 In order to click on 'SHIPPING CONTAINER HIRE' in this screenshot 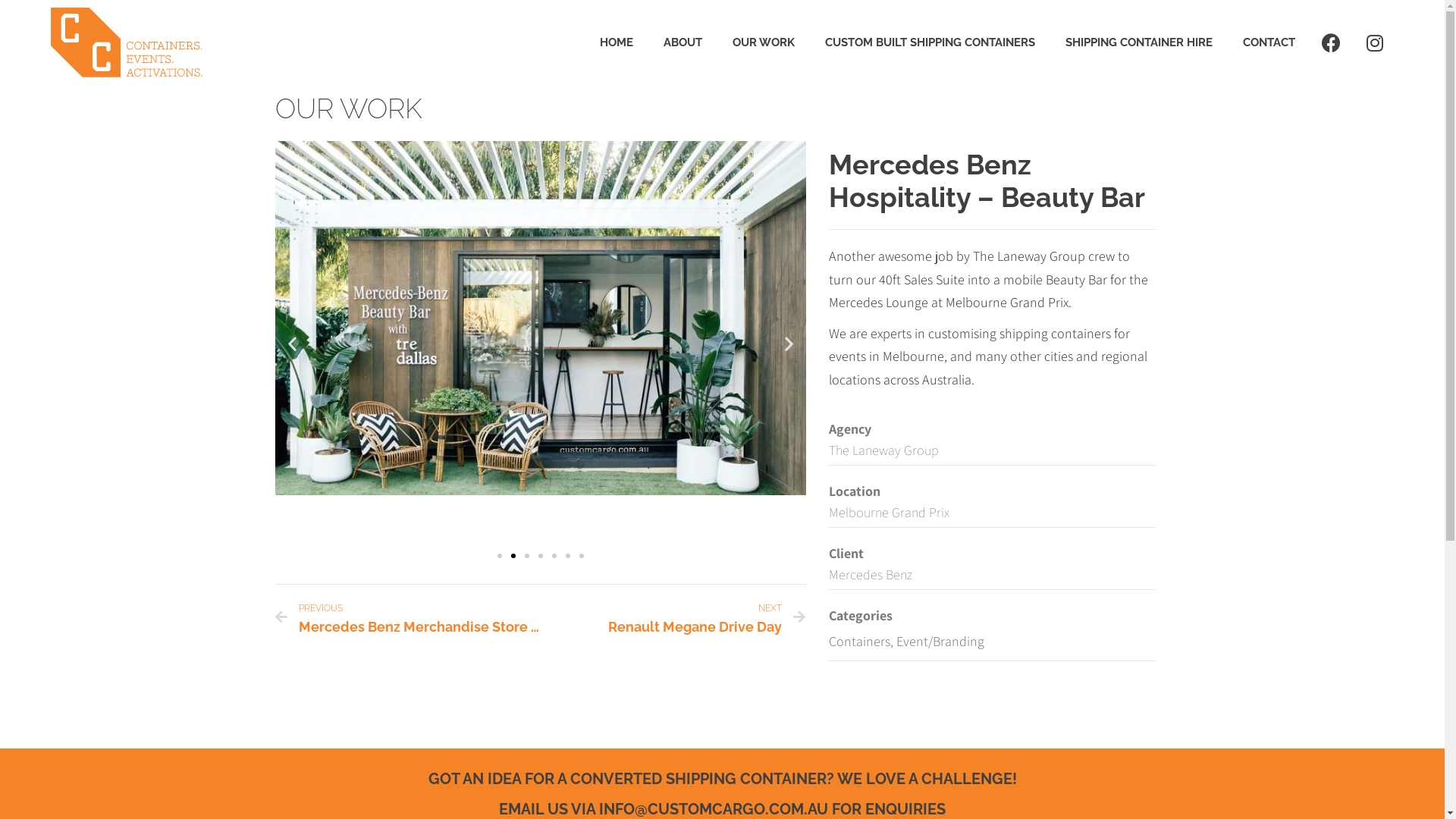, I will do `click(1139, 42)`.